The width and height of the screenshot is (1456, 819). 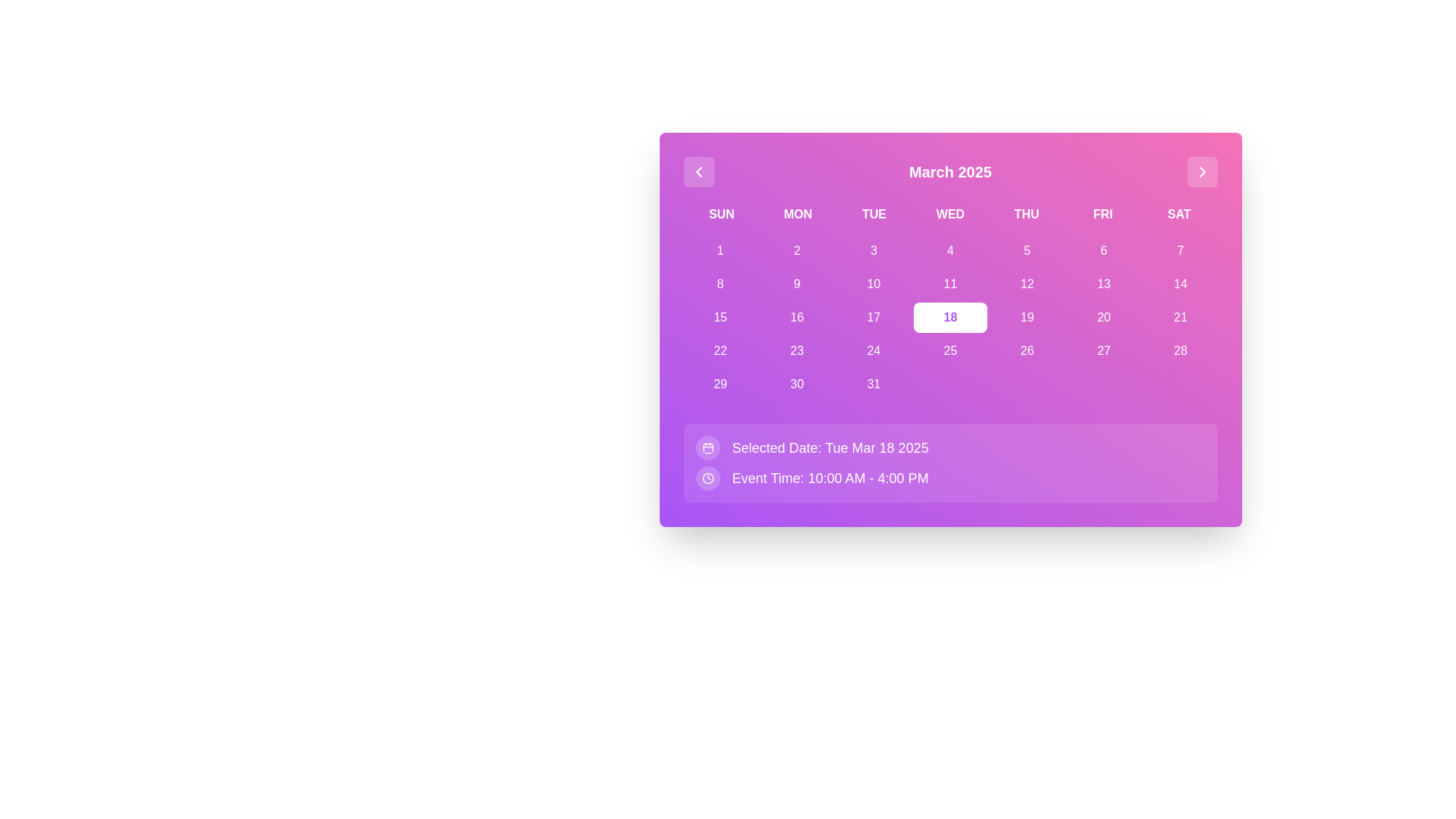 What do you see at coordinates (949, 171) in the screenshot?
I see `text displaying the current month and year in the header of the calendar interface, located centrally between the navigation buttons` at bounding box center [949, 171].